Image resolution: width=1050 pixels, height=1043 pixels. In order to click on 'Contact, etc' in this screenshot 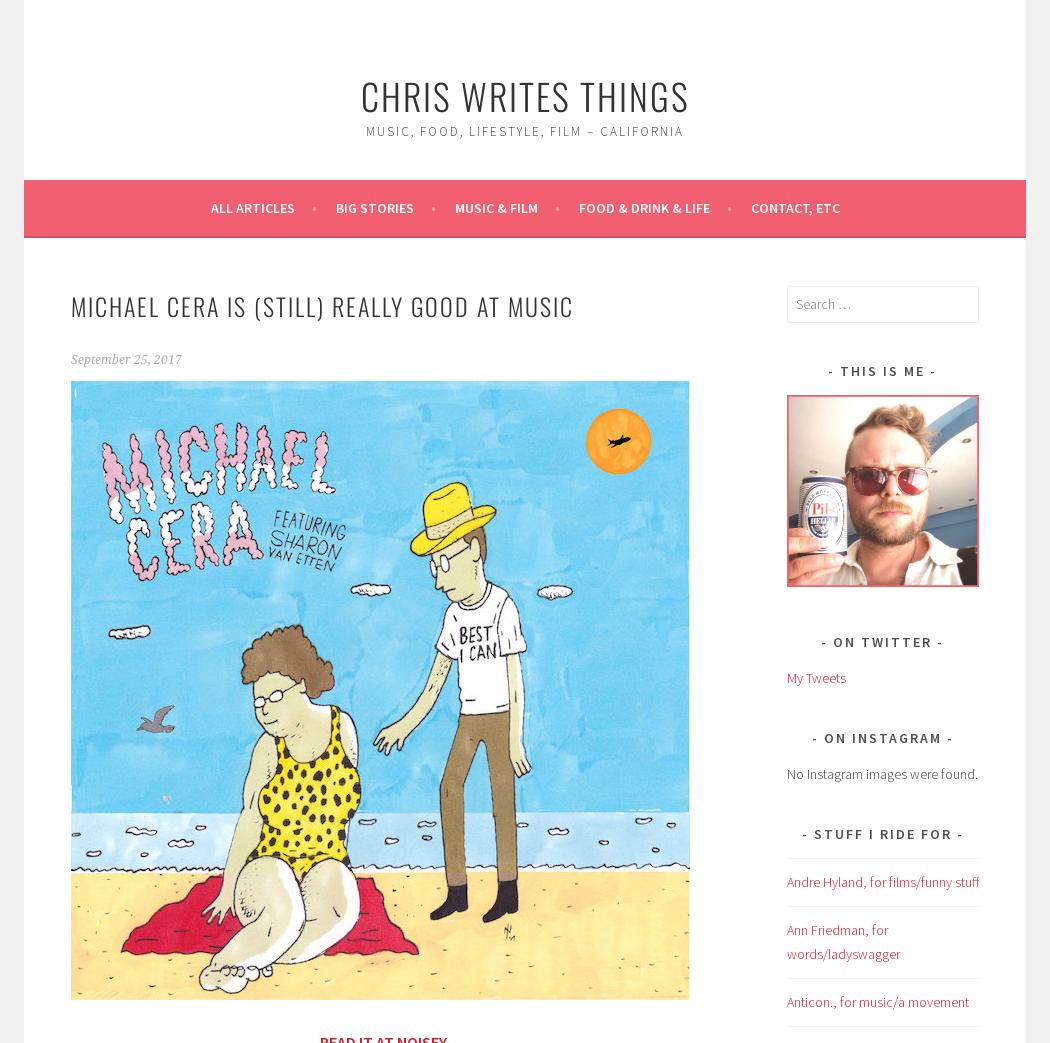, I will do `click(793, 206)`.